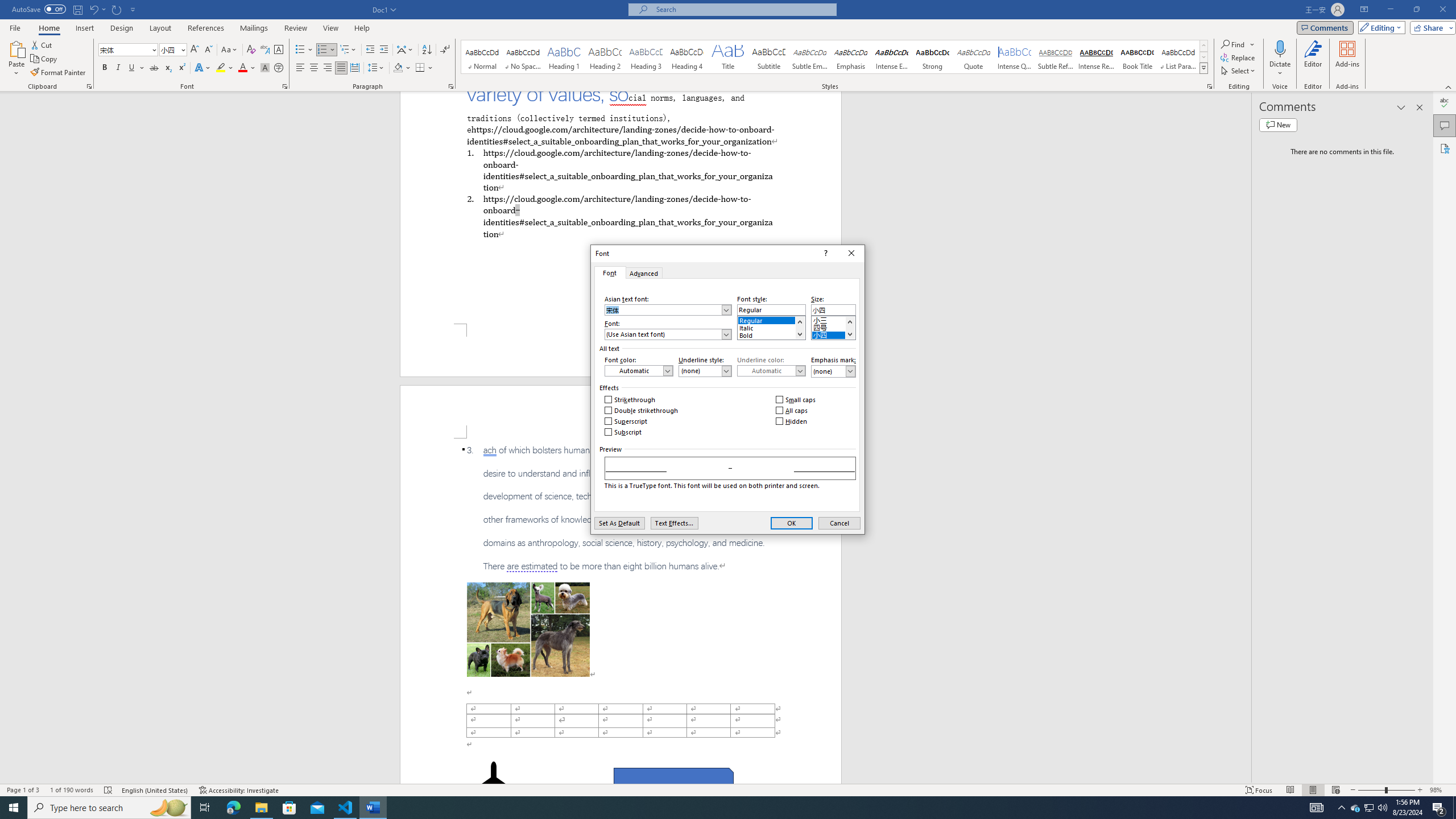 The image size is (1456, 819). Describe the element at coordinates (225, 67) in the screenshot. I see `'Text Highlight Color'` at that location.